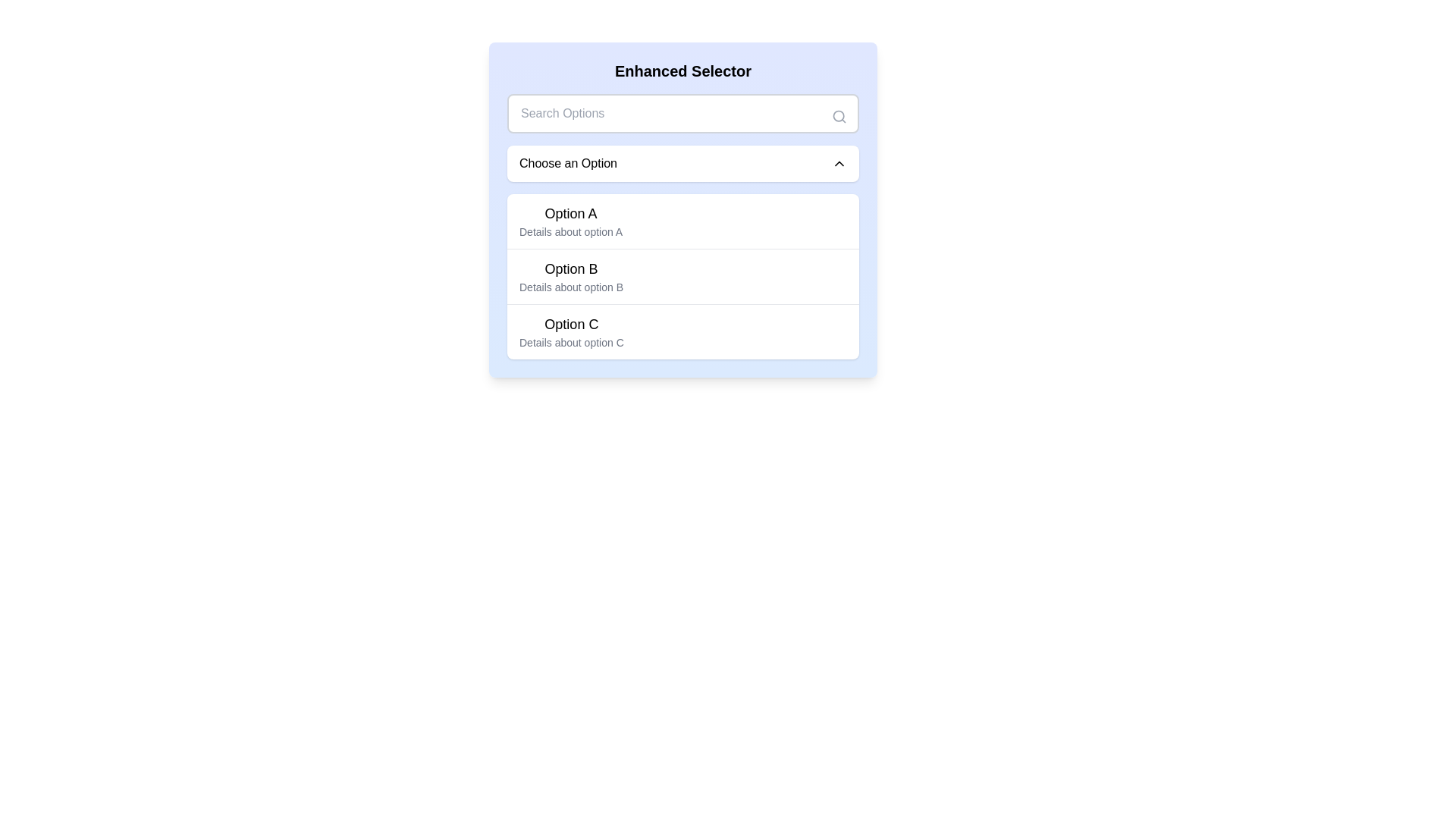 The image size is (1456, 819). What do you see at coordinates (570, 231) in the screenshot?
I see `the text label displaying 'Details about option A', which is positioned below the title 'Option A' in the option card` at bounding box center [570, 231].